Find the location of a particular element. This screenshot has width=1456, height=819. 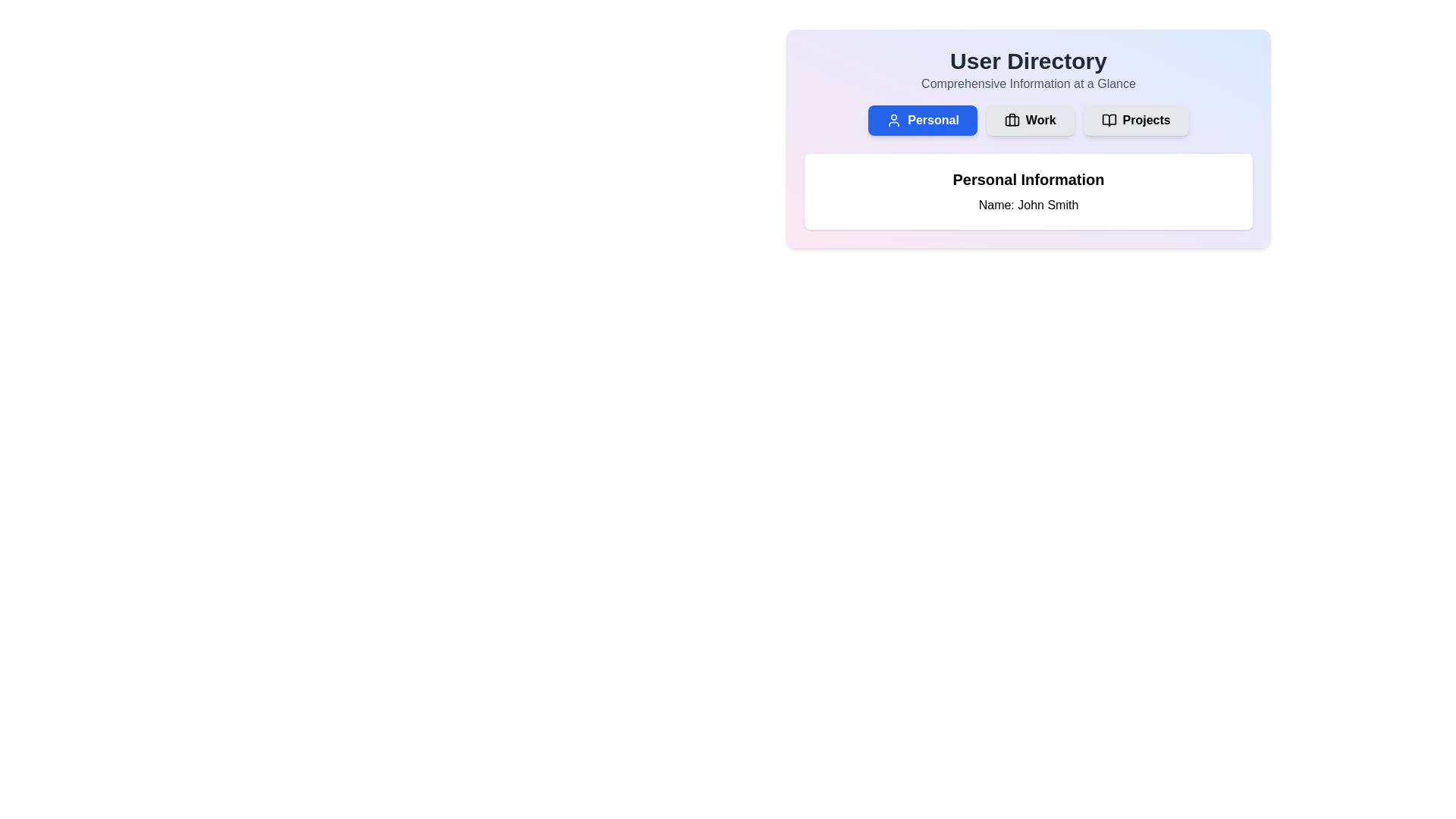

the decorative part of the briefcase icon that symbolizes the 'Work' category in the interface is located at coordinates (1012, 119).